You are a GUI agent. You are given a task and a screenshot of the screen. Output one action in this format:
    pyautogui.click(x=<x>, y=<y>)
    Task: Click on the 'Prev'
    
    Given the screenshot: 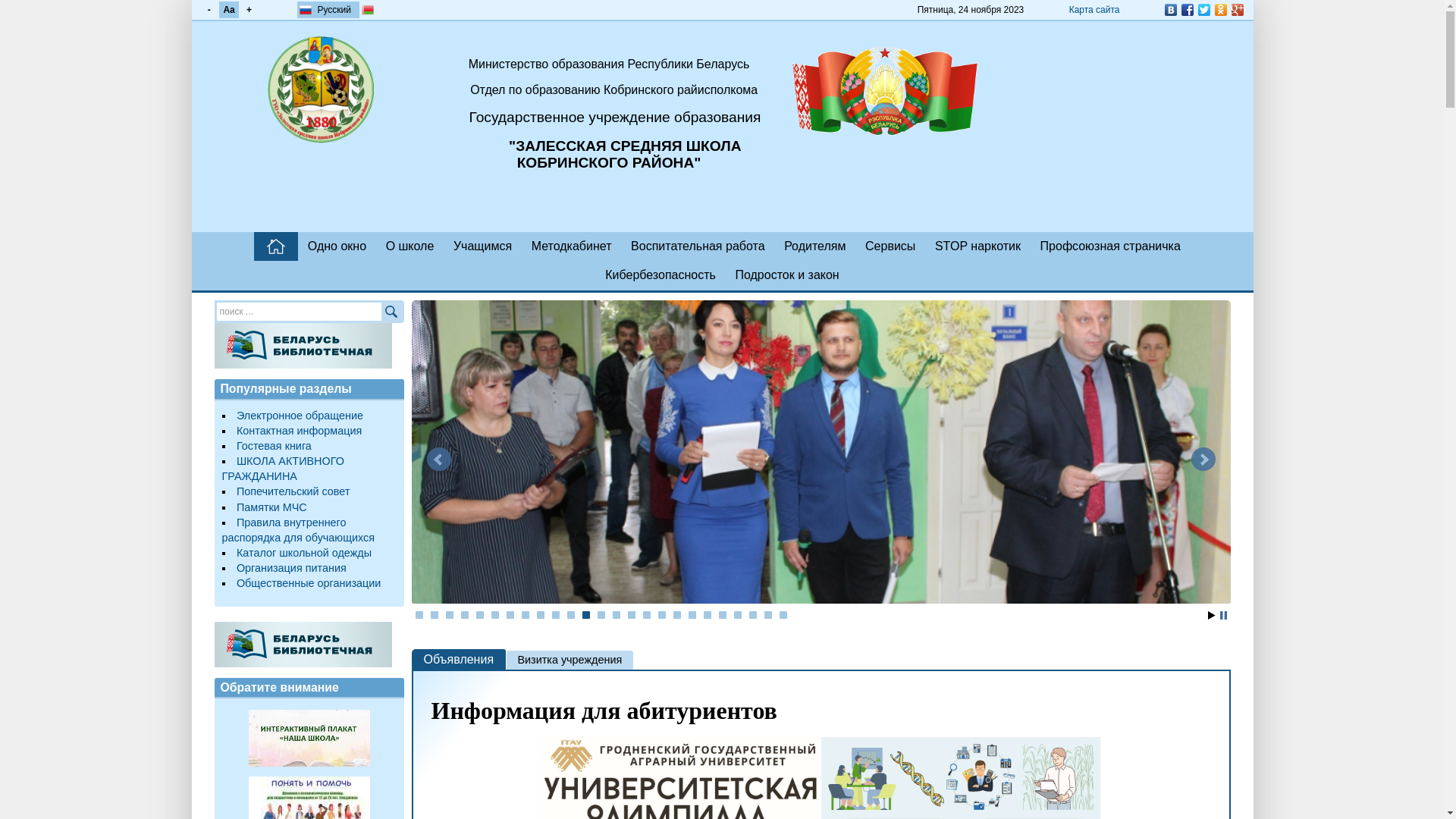 What is the action you would take?
    pyautogui.click(x=425, y=458)
    